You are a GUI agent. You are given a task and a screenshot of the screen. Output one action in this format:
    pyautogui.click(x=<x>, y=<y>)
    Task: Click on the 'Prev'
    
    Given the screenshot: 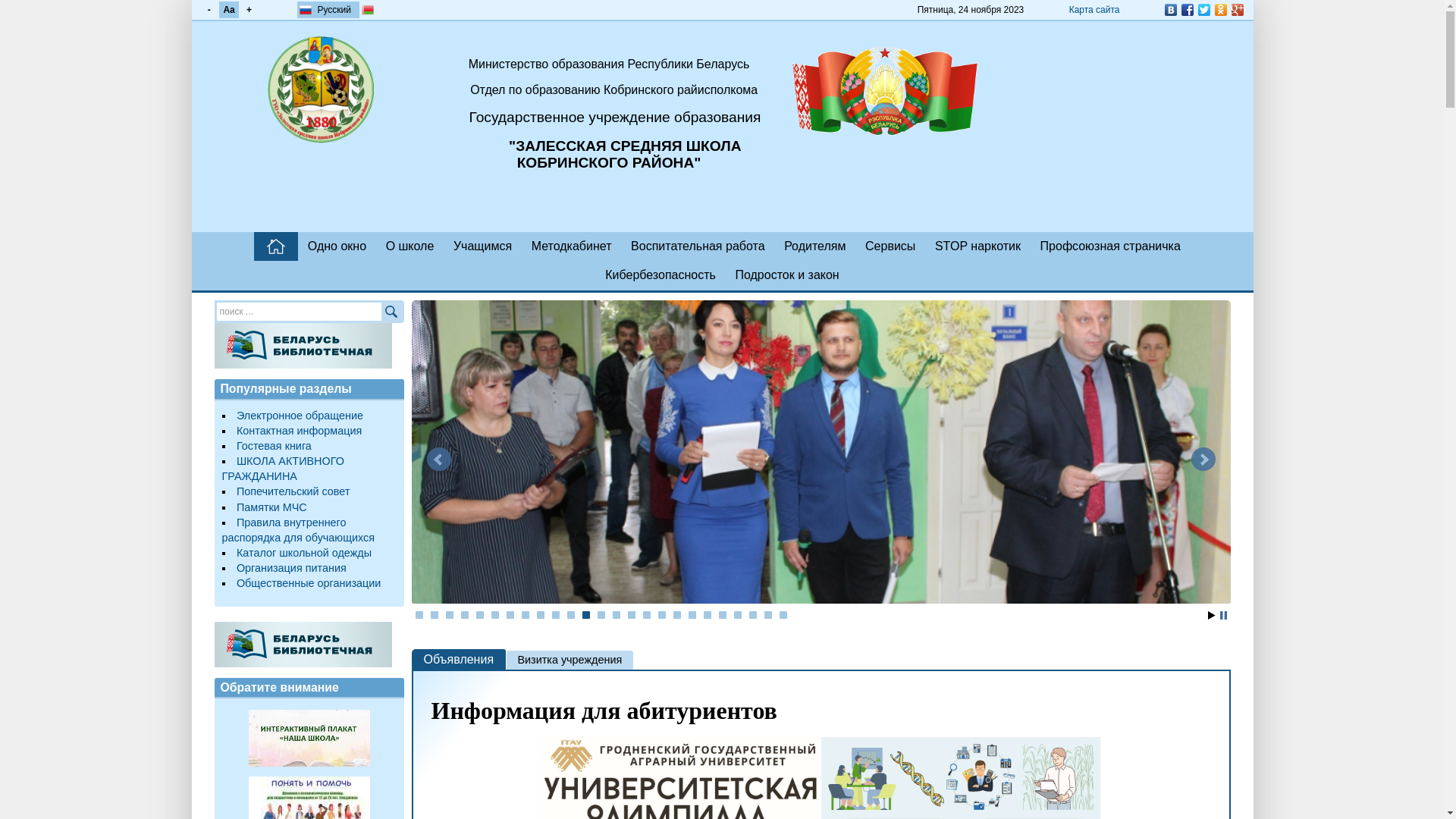 What is the action you would take?
    pyautogui.click(x=425, y=458)
    